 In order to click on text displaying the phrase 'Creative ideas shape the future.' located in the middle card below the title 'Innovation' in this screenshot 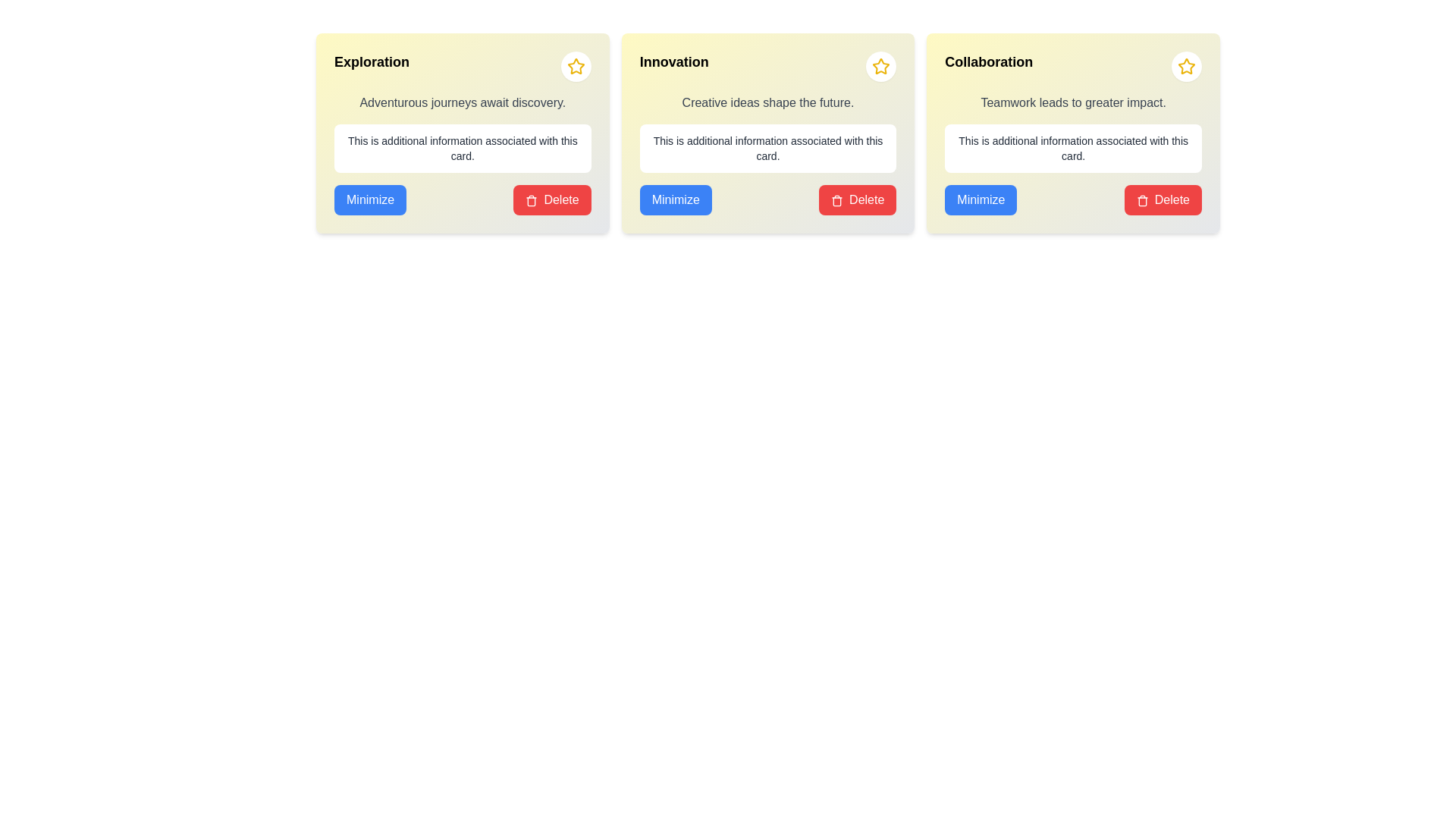, I will do `click(767, 102)`.